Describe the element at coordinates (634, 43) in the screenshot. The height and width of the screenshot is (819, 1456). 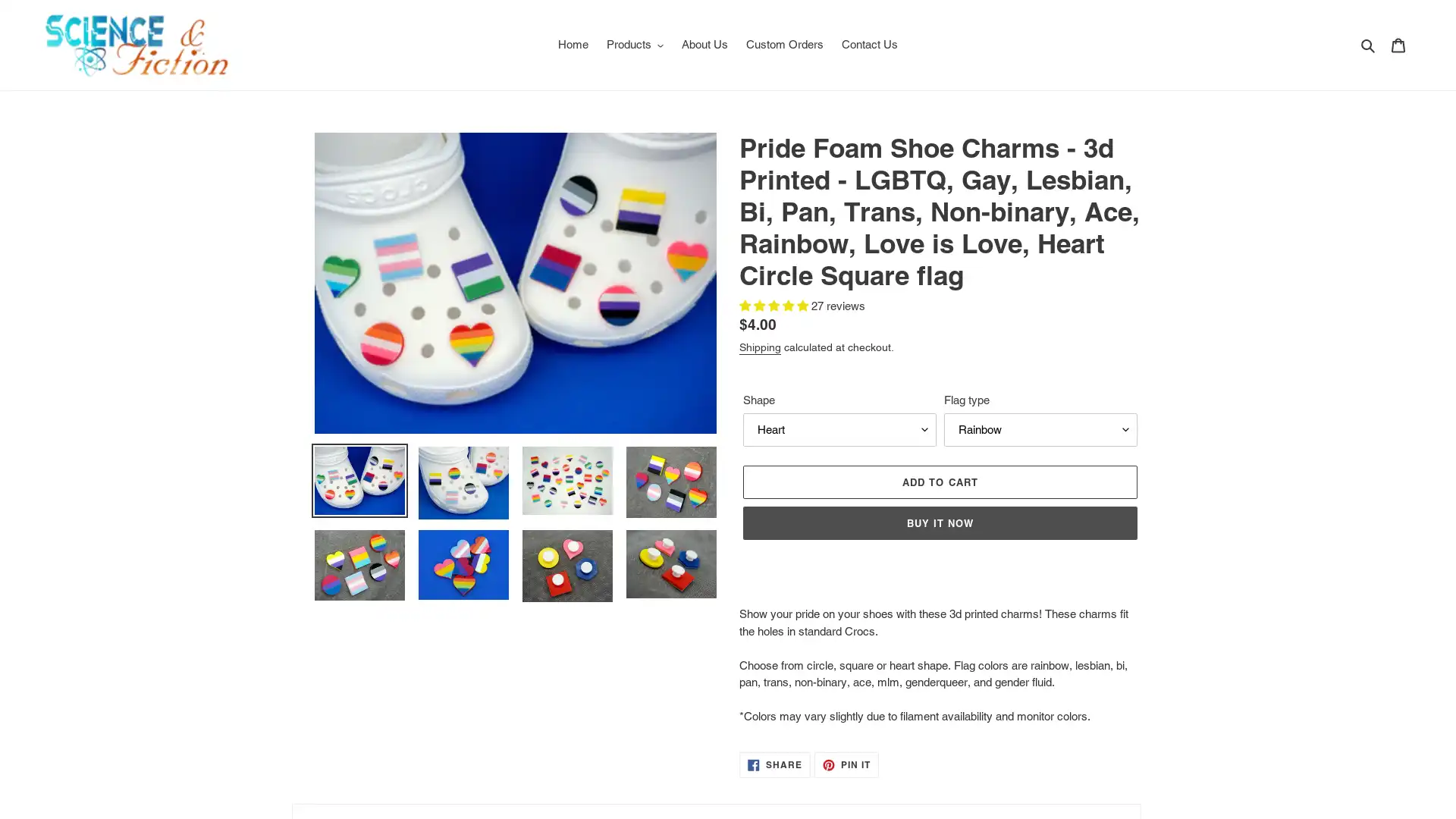
I see `Products` at that location.